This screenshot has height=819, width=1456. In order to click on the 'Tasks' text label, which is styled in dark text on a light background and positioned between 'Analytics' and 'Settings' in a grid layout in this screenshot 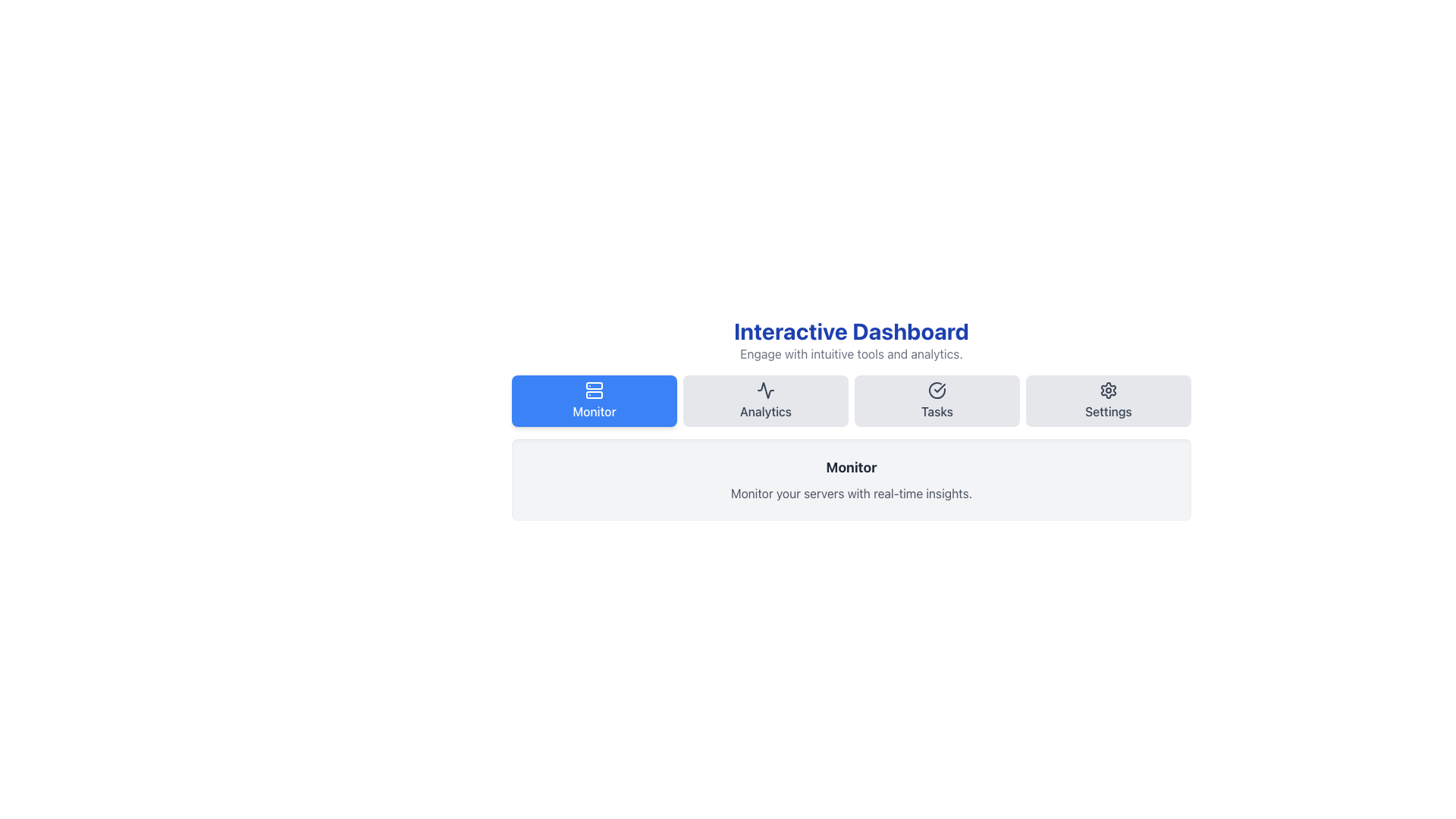, I will do `click(936, 412)`.